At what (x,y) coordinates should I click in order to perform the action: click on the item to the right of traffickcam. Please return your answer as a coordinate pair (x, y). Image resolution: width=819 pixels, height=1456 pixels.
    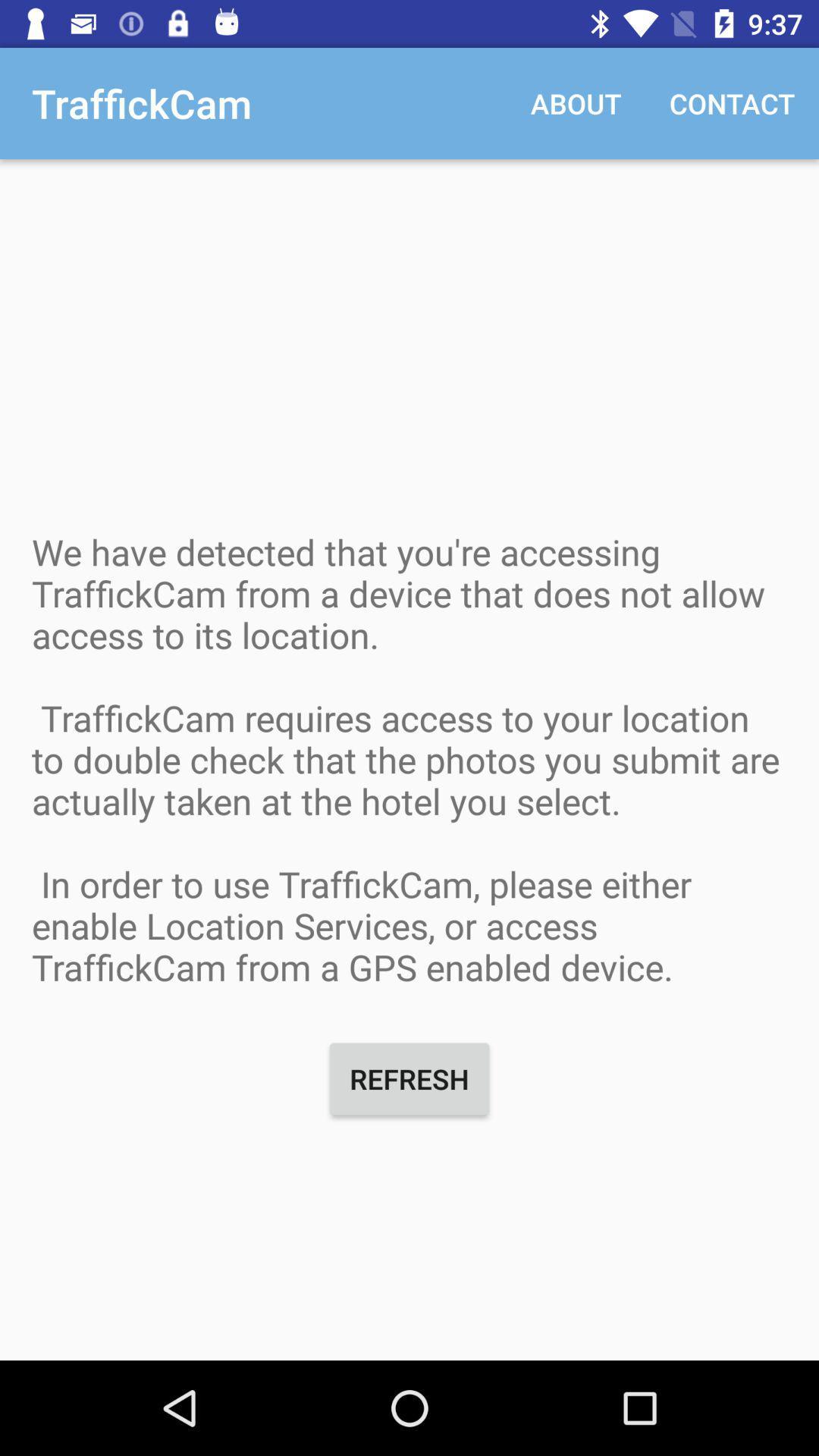
    Looking at the image, I should click on (576, 102).